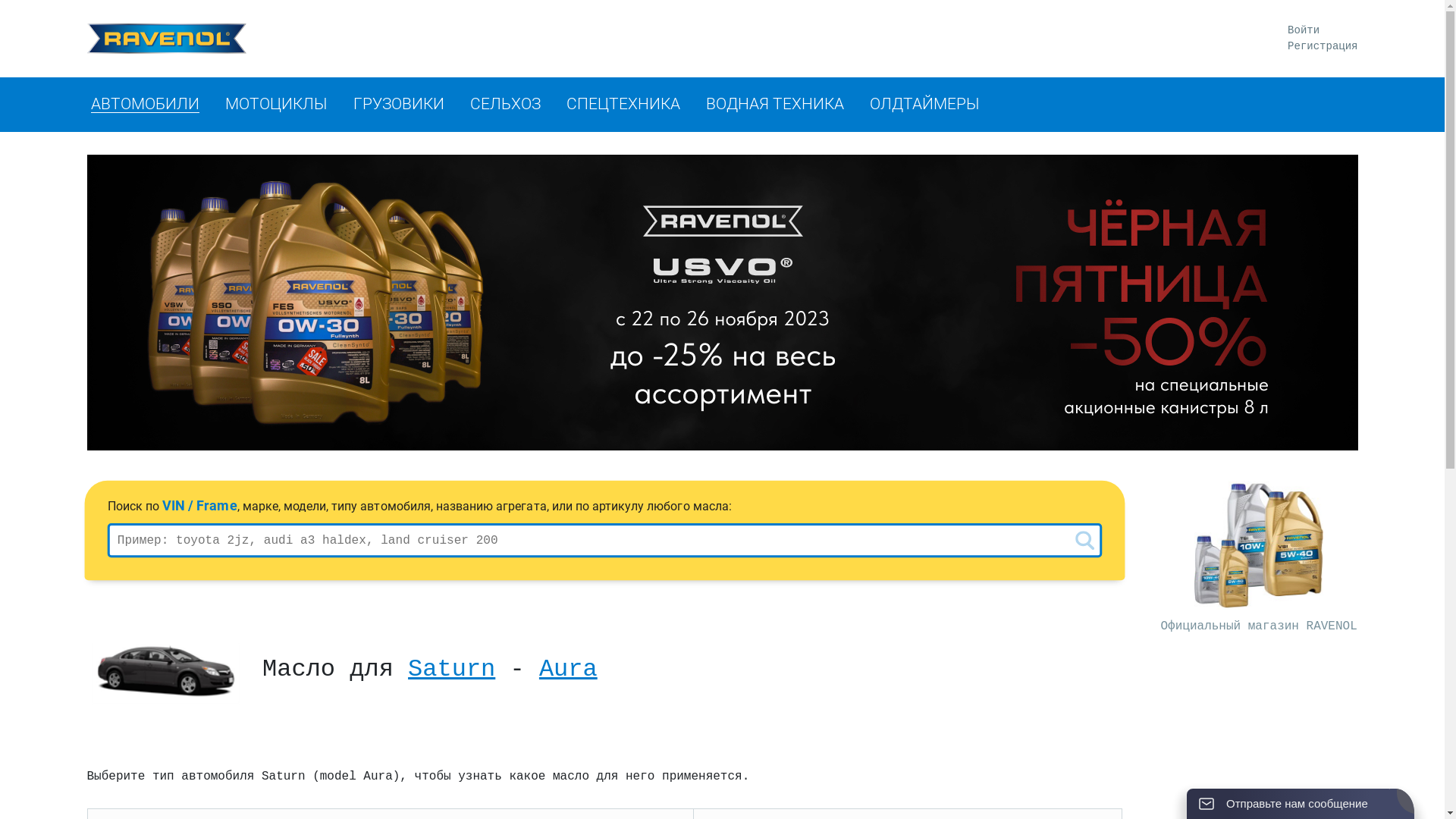 The image size is (1456, 819). What do you see at coordinates (567, 668) in the screenshot?
I see `'Aura'` at bounding box center [567, 668].